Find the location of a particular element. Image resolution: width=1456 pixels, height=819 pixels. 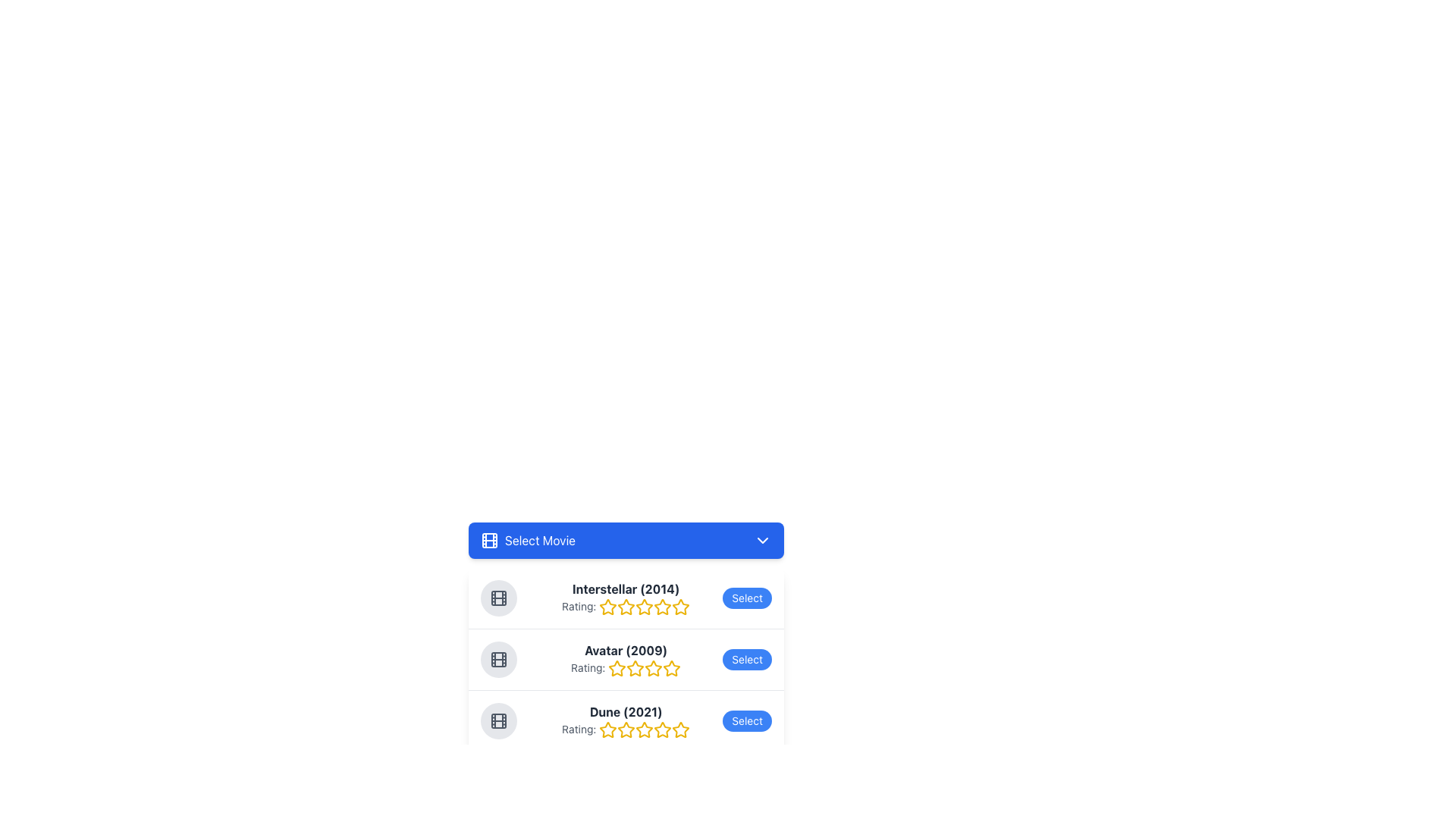

the fifth rating star icon with a yellow border and hollow center in the 'Rating' section for the movie 'Dune (2021)' is located at coordinates (663, 729).